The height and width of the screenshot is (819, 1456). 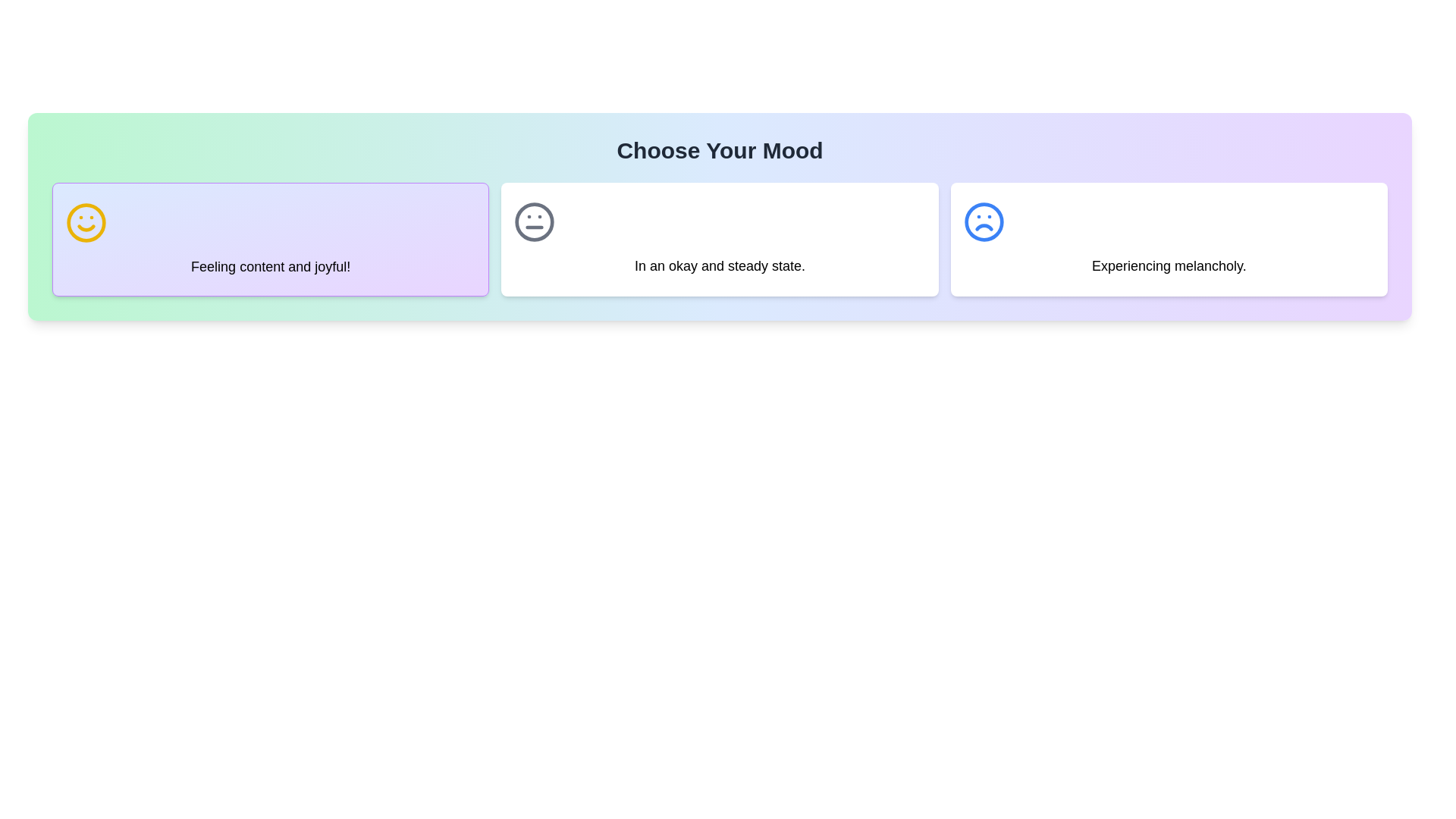 I want to click on the circular shape component with a yellow border, part of the smiley face icon in the leftmost mood selection card, so click(x=86, y=222).